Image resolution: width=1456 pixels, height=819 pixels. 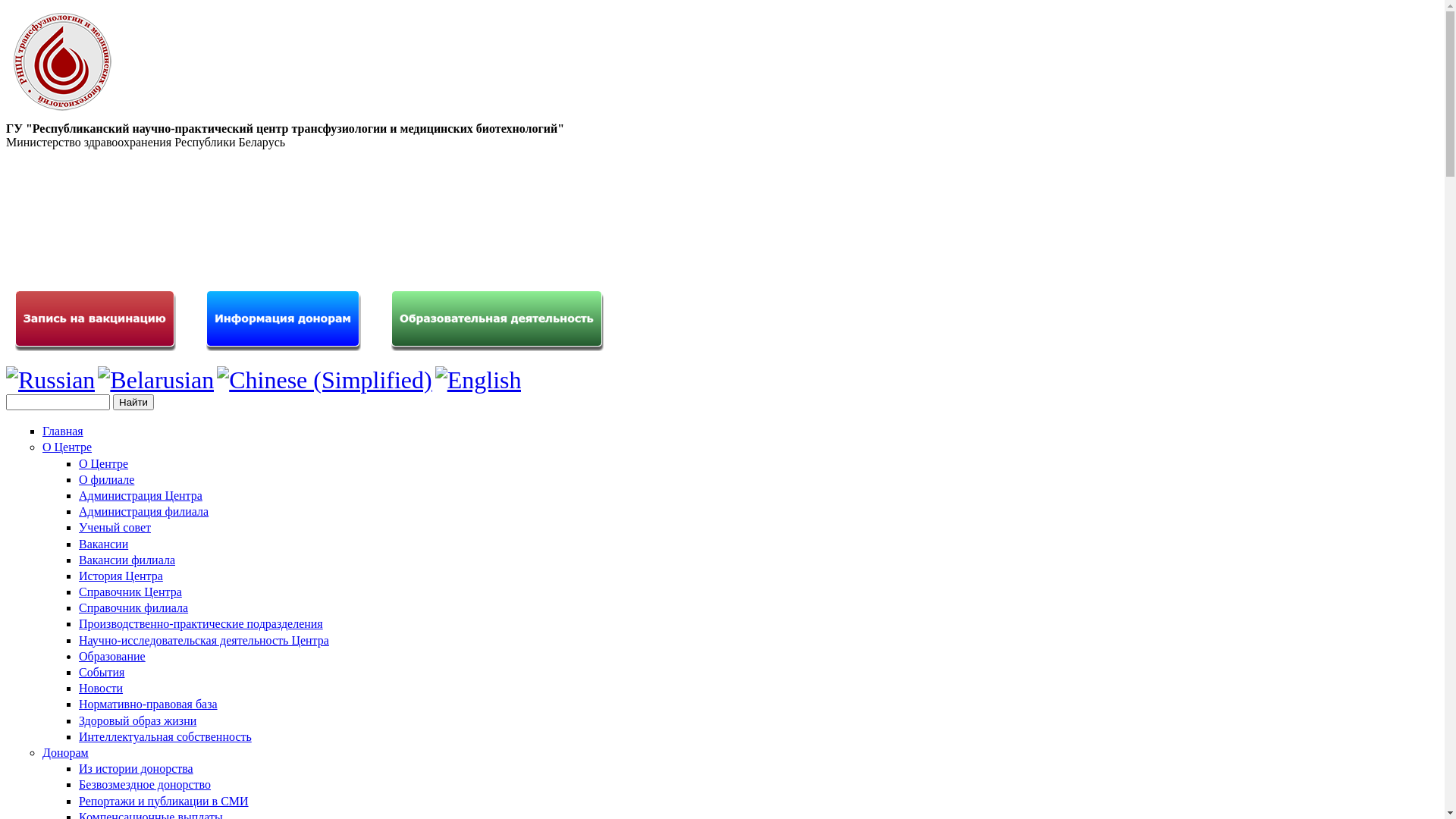 What do you see at coordinates (477, 379) in the screenshot?
I see `'English'` at bounding box center [477, 379].